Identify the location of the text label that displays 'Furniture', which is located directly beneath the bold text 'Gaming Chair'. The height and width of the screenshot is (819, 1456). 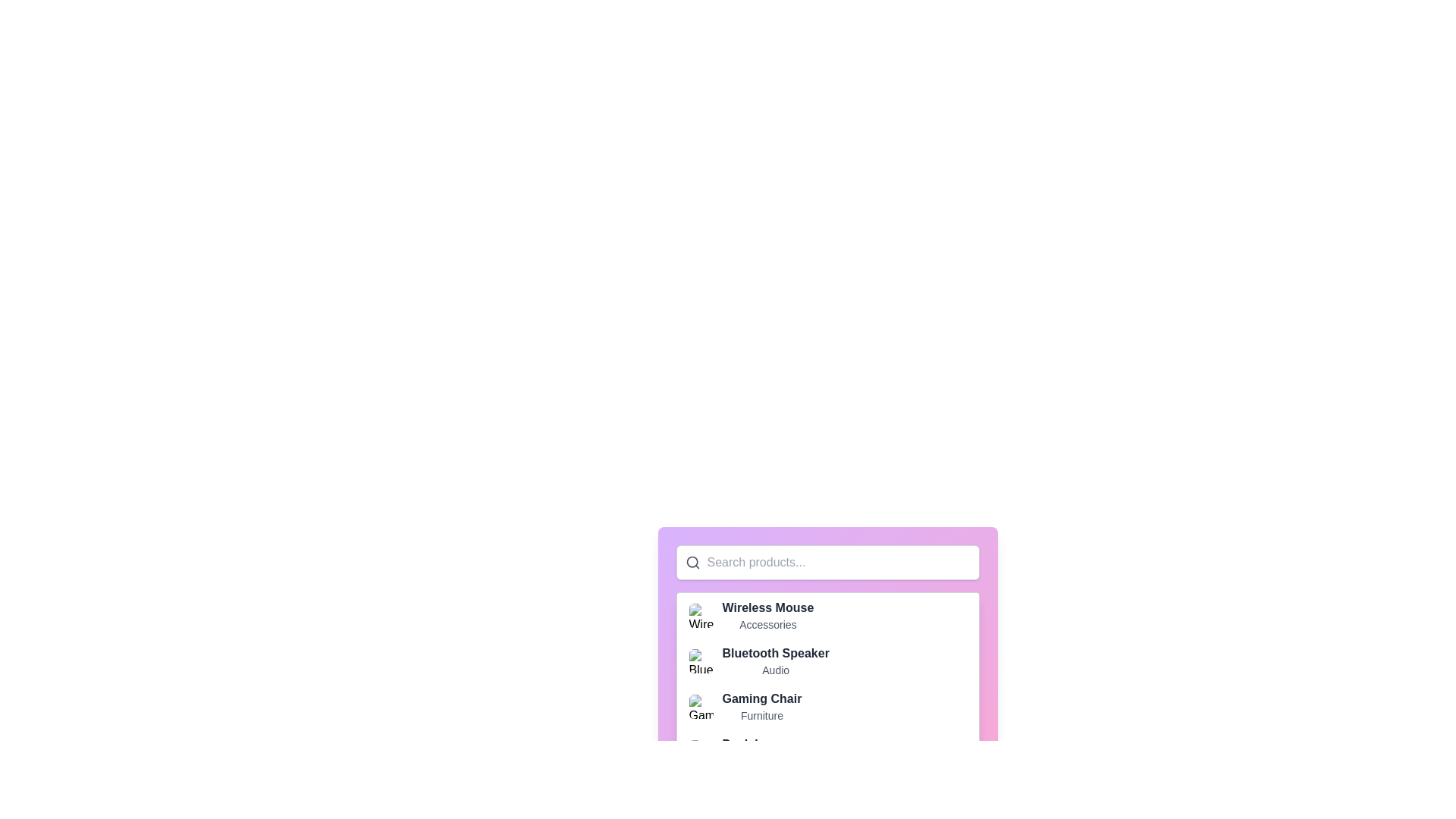
(761, 716).